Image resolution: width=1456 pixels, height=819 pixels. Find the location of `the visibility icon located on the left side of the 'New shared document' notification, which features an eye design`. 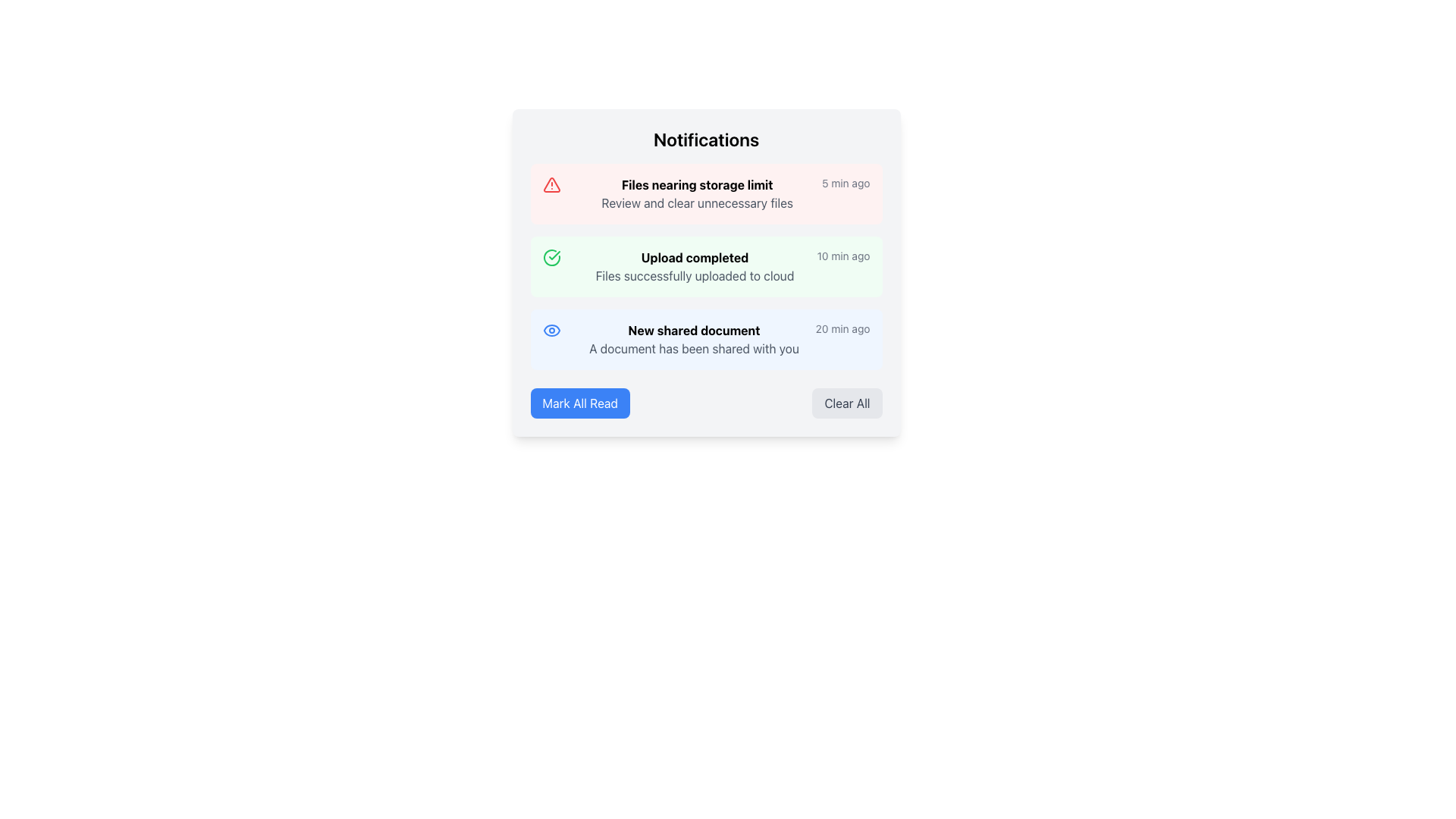

the visibility icon located on the left side of the 'New shared document' notification, which features an eye design is located at coordinates (551, 329).